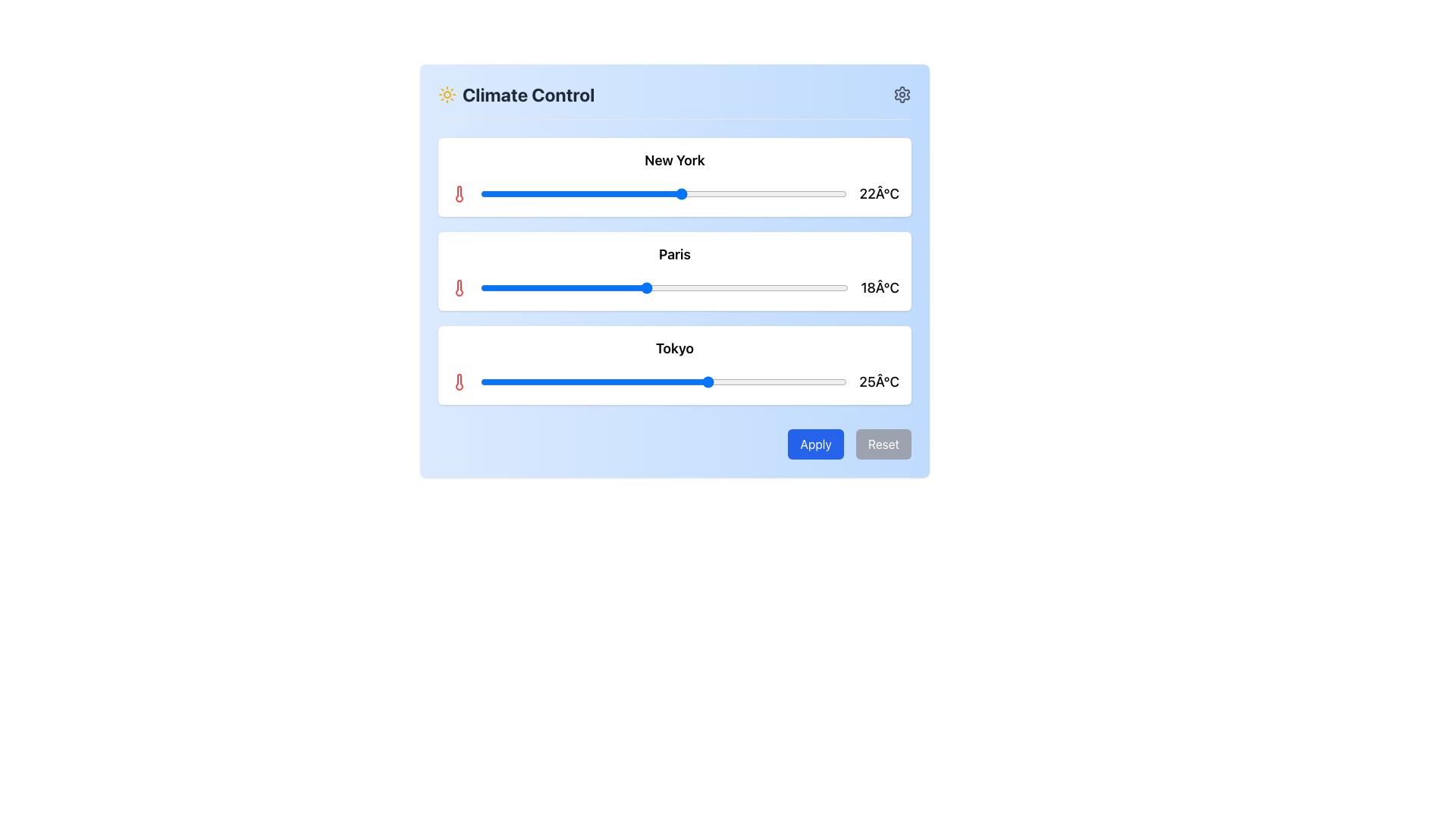 This screenshot has width=1456, height=819. I want to click on the red thermometer icon located to the immediate left of the slider bar in the 'New York' climate control section, so click(458, 193).